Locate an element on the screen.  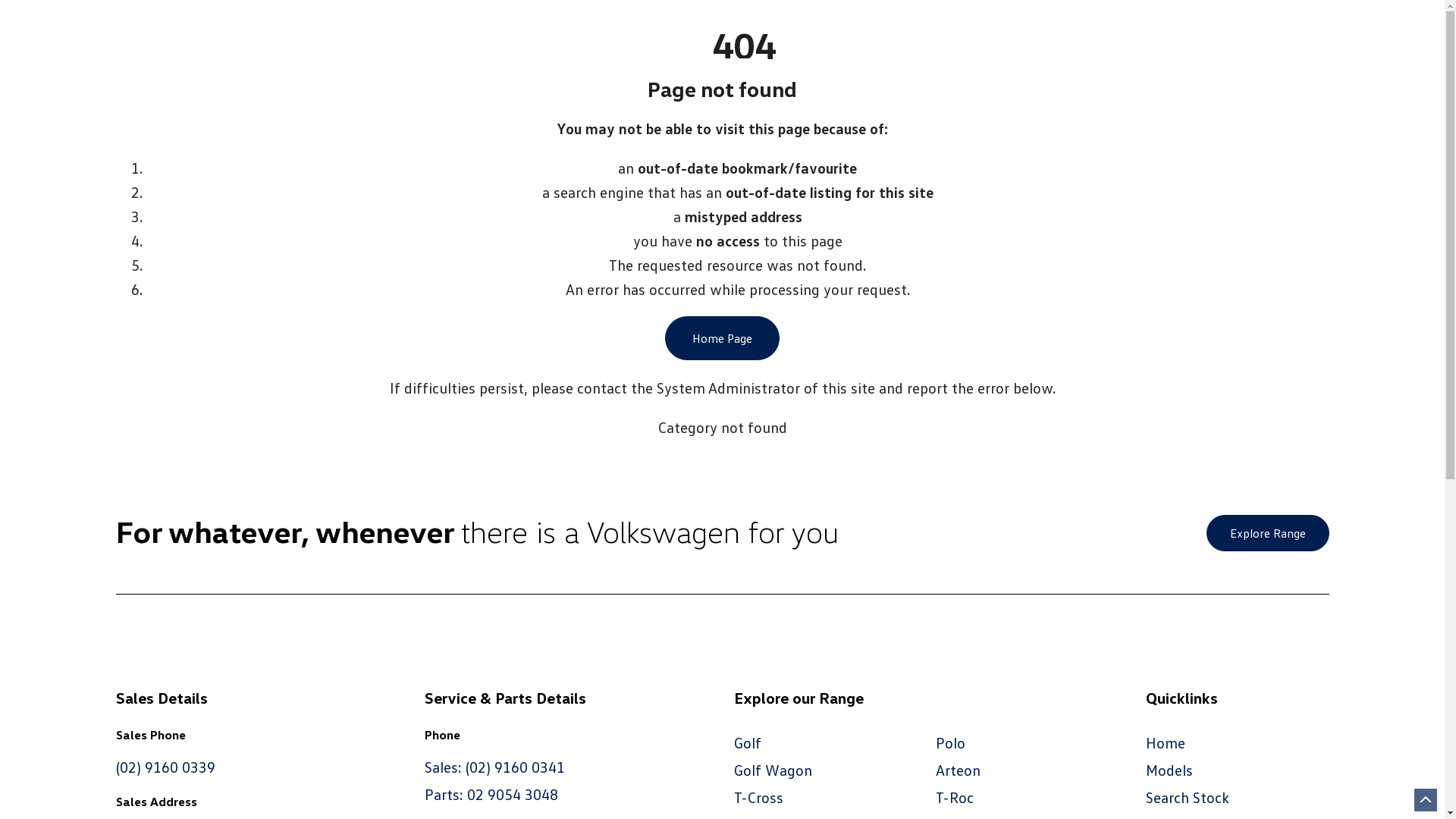
'Golf' is located at coordinates (747, 742).